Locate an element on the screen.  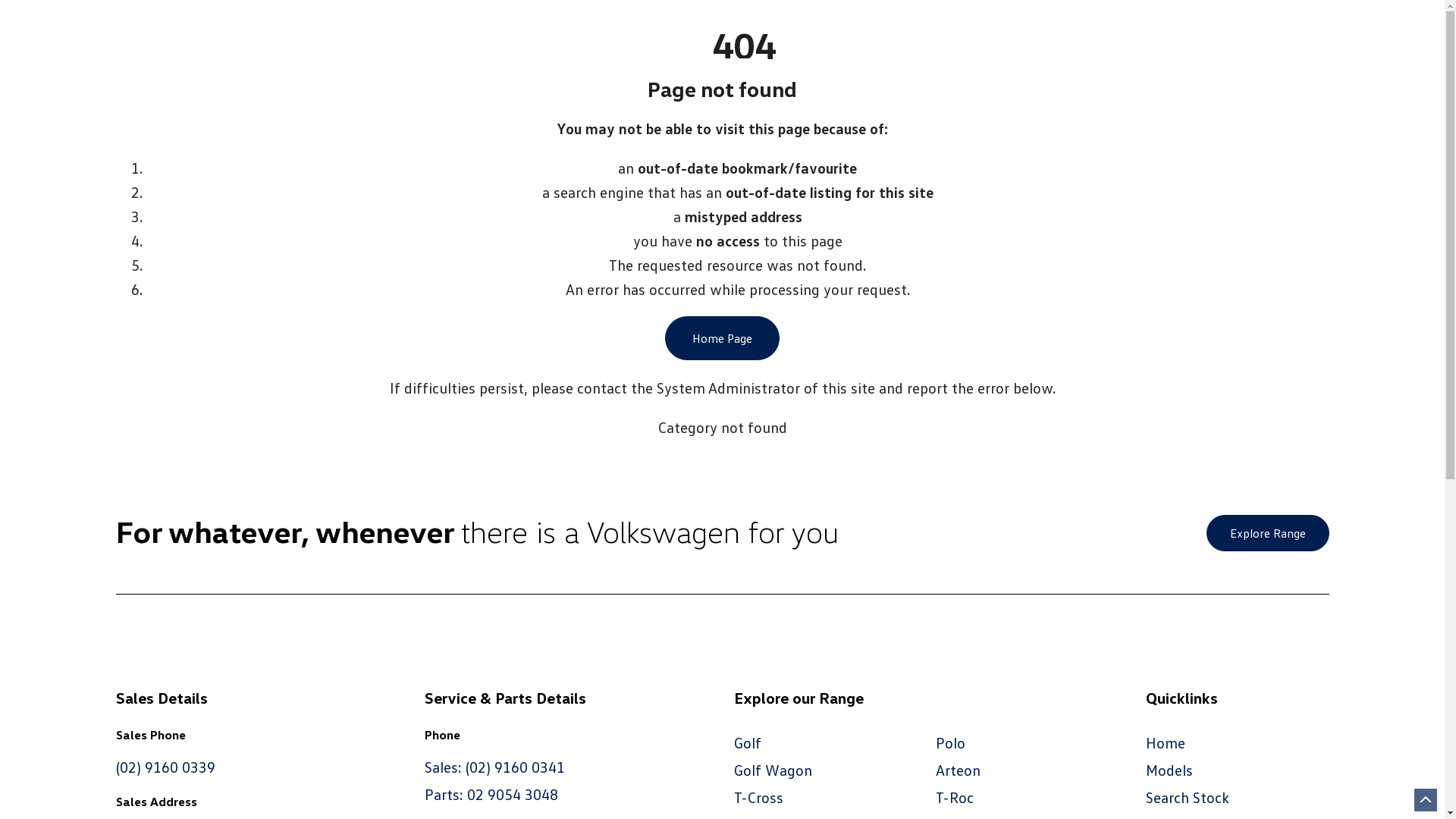
'Golf' is located at coordinates (747, 742).